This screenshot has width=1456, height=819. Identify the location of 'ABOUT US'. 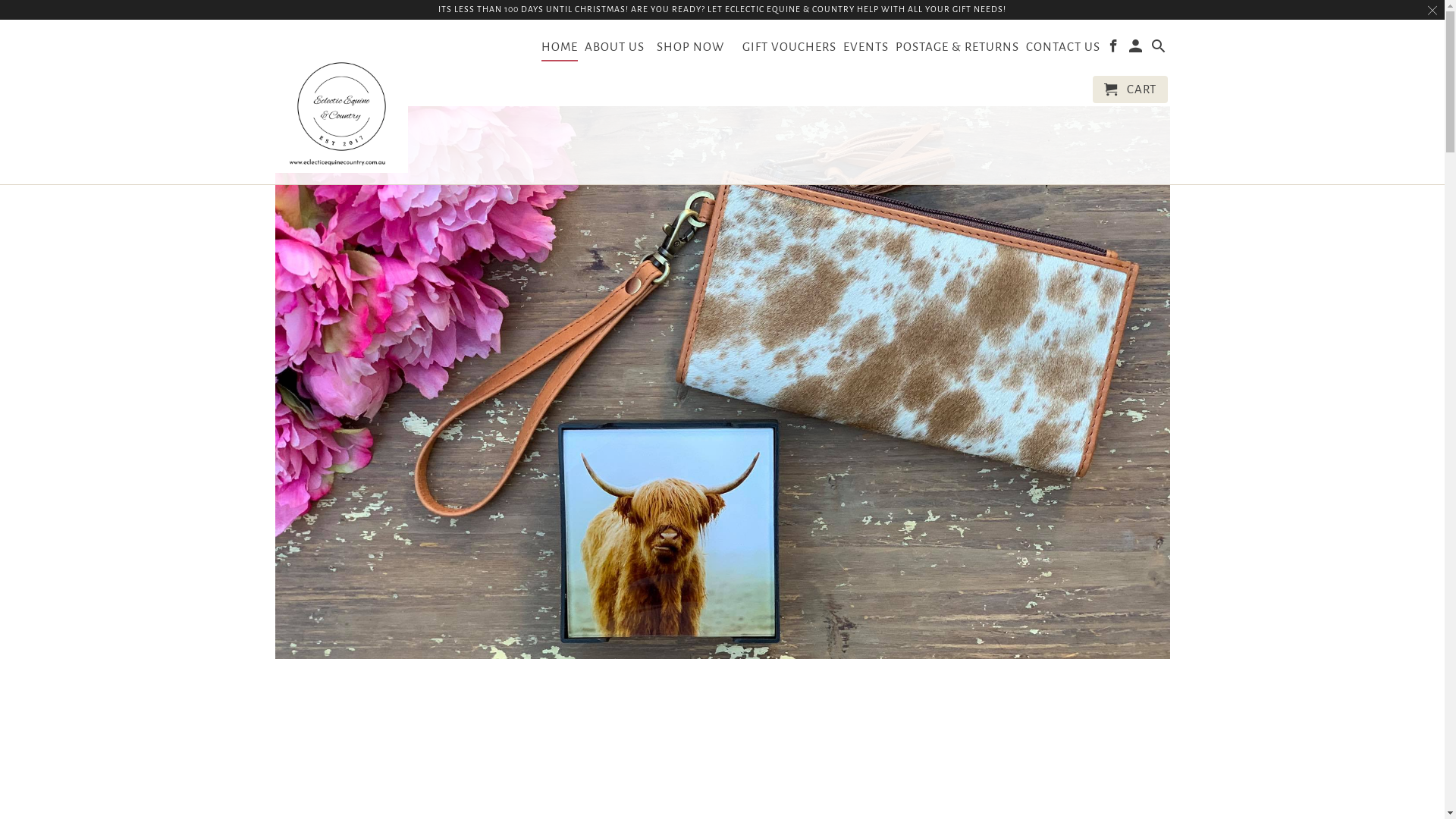
(614, 49).